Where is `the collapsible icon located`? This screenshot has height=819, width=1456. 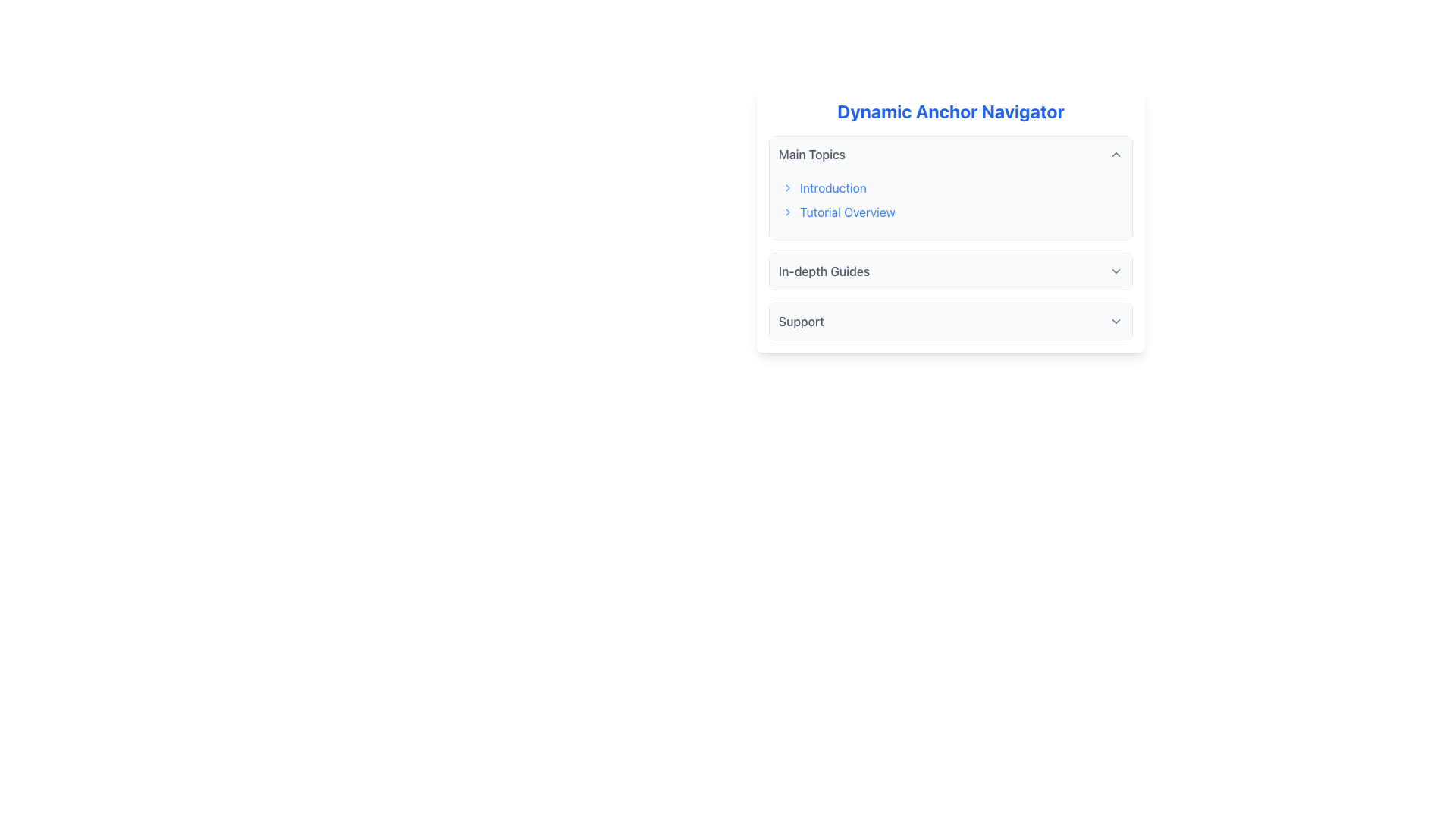 the collapsible icon located is located at coordinates (1116, 271).